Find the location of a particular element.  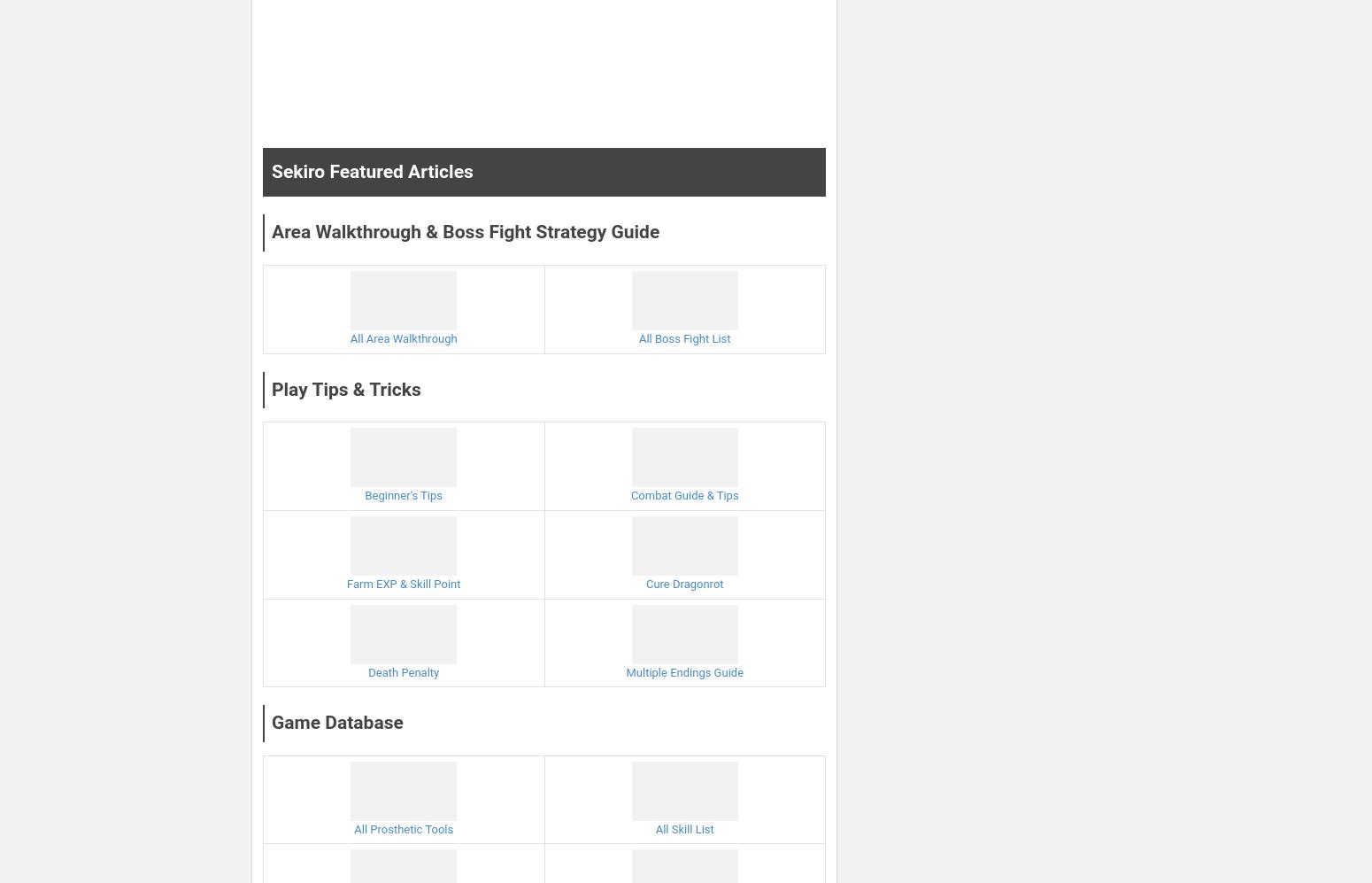

'Beginner's Tips' is located at coordinates (404, 495).